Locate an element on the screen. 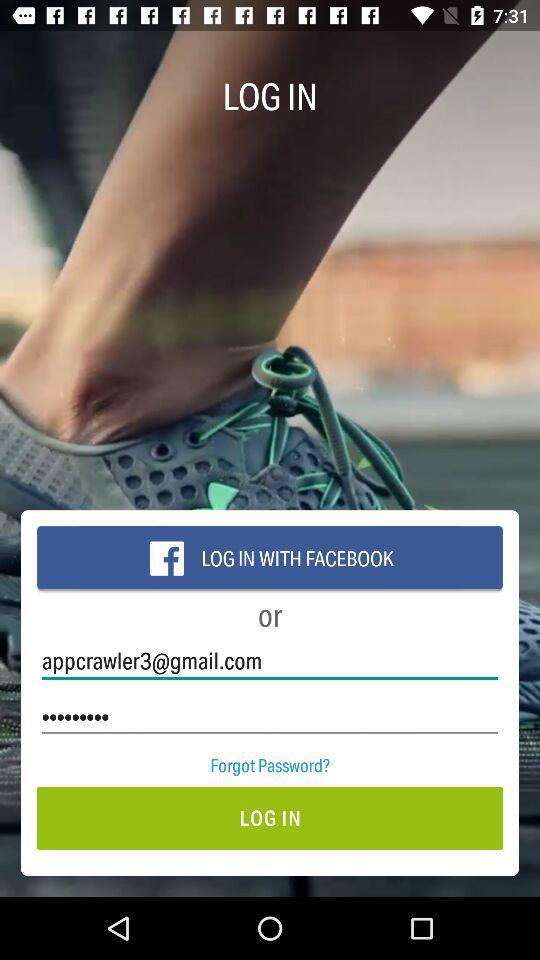 The height and width of the screenshot is (960, 540). the item above the log in item is located at coordinates (270, 764).